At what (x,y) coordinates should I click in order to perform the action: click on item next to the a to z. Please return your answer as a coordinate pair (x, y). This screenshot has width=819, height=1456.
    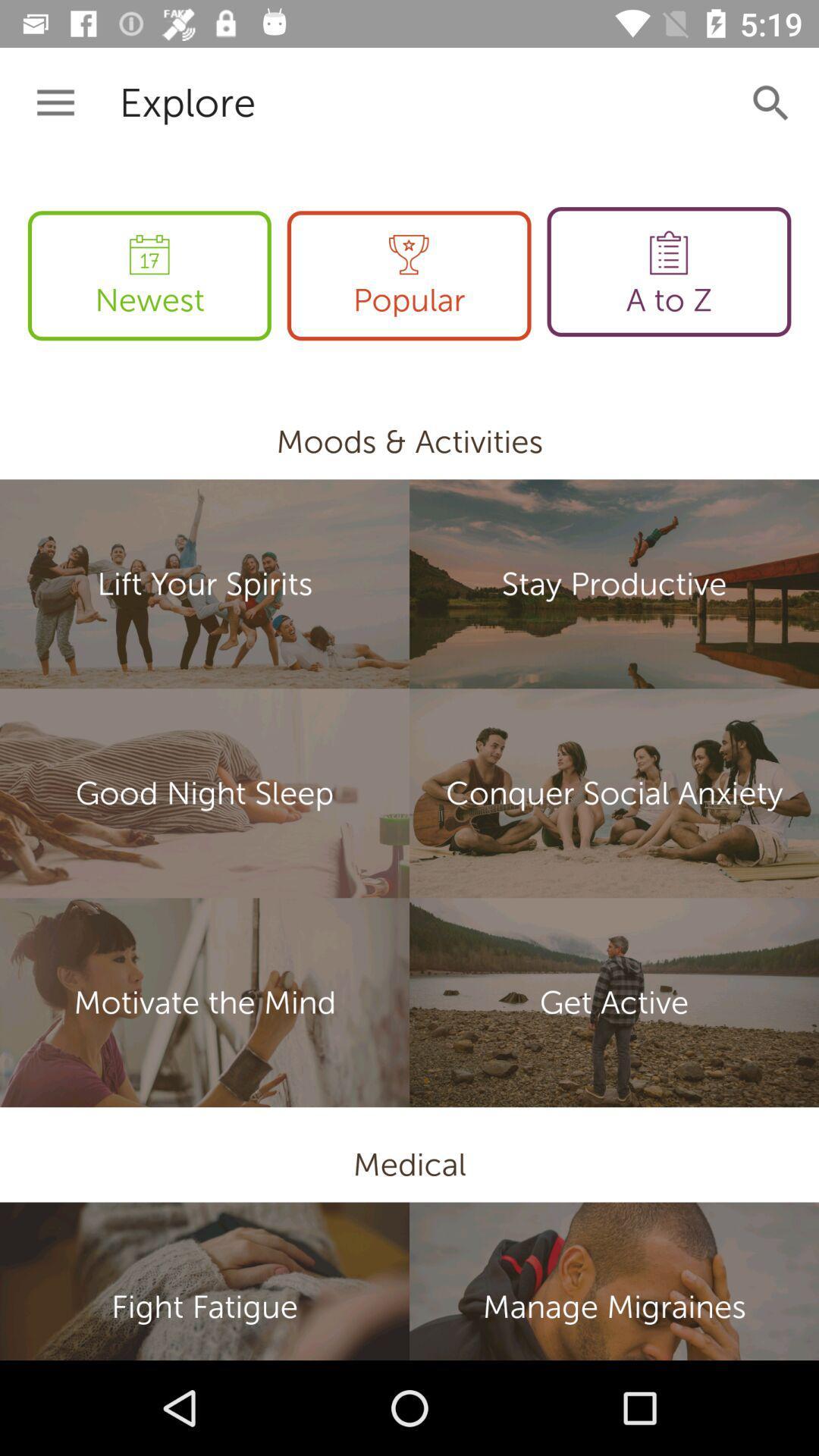
    Looking at the image, I should click on (408, 275).